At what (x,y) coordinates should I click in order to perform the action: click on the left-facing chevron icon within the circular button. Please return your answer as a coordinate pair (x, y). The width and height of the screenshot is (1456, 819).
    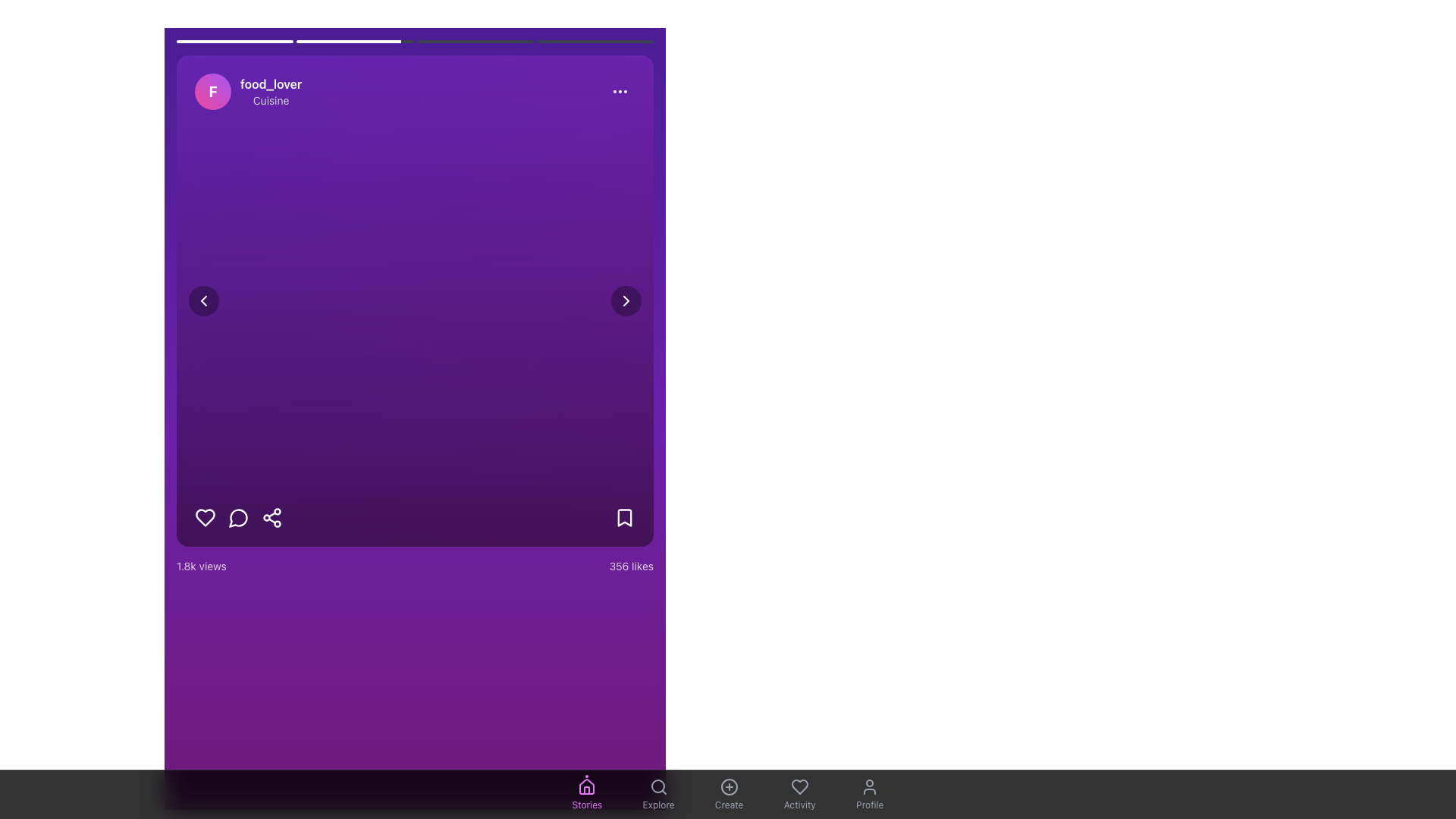
    Looking at the image, I should click on (202, 301).